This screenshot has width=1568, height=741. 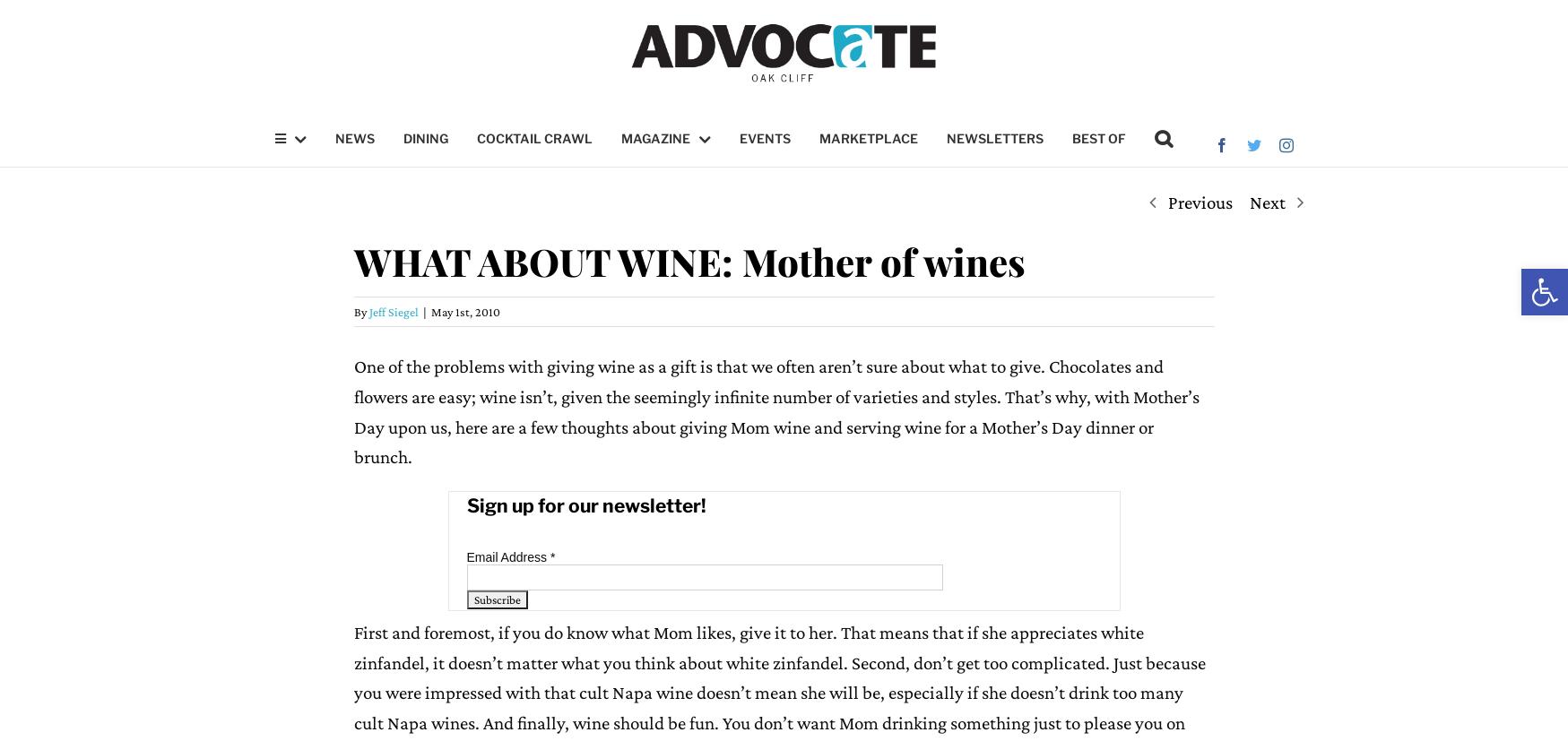 What do you see at coordinates (1199, 202) in the screenshot?
I see `'Previous'` at bounding box center [1199, 202].